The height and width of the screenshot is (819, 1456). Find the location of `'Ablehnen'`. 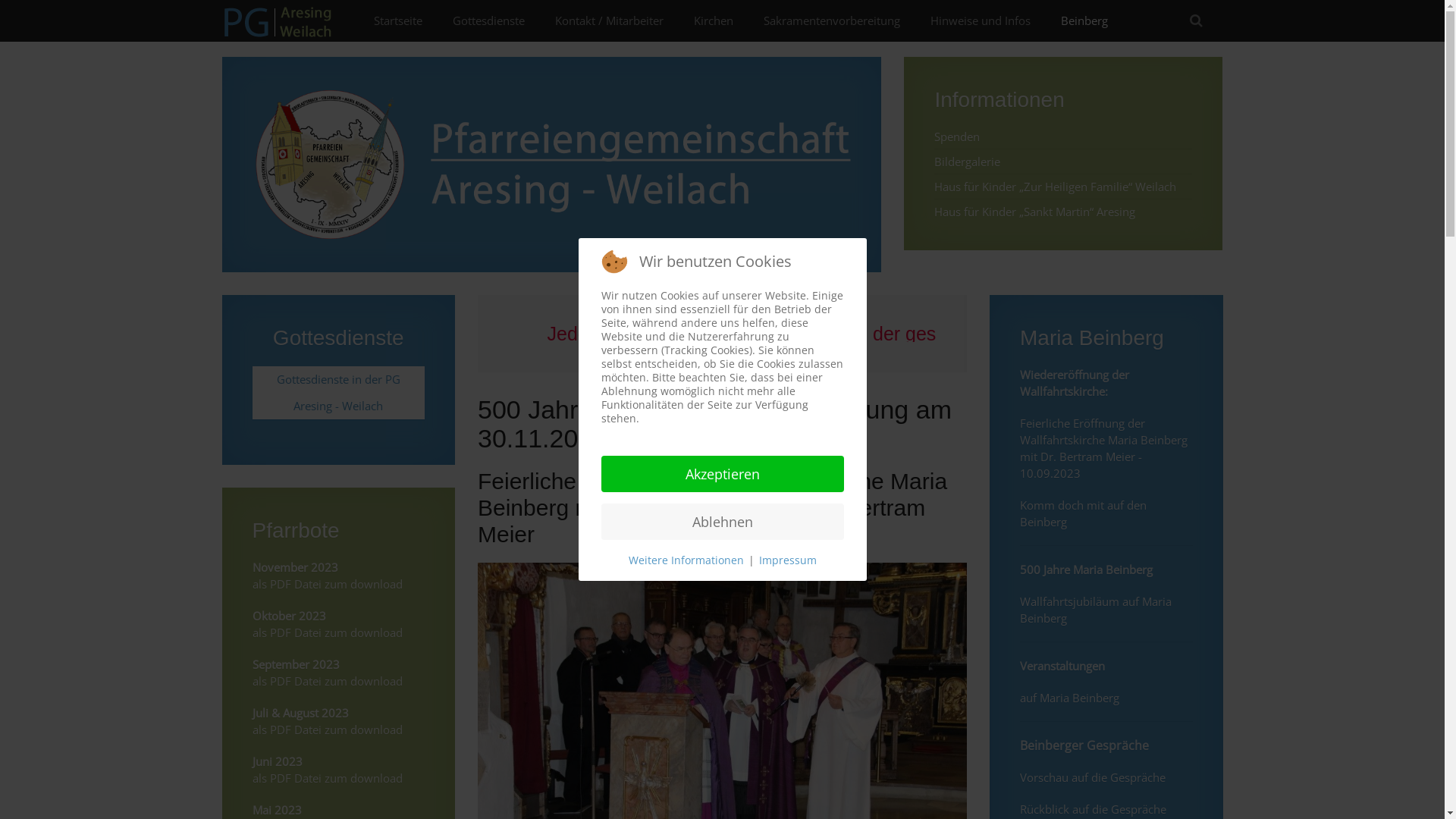

'Ablehnen' is located at coordinates (720, 520).